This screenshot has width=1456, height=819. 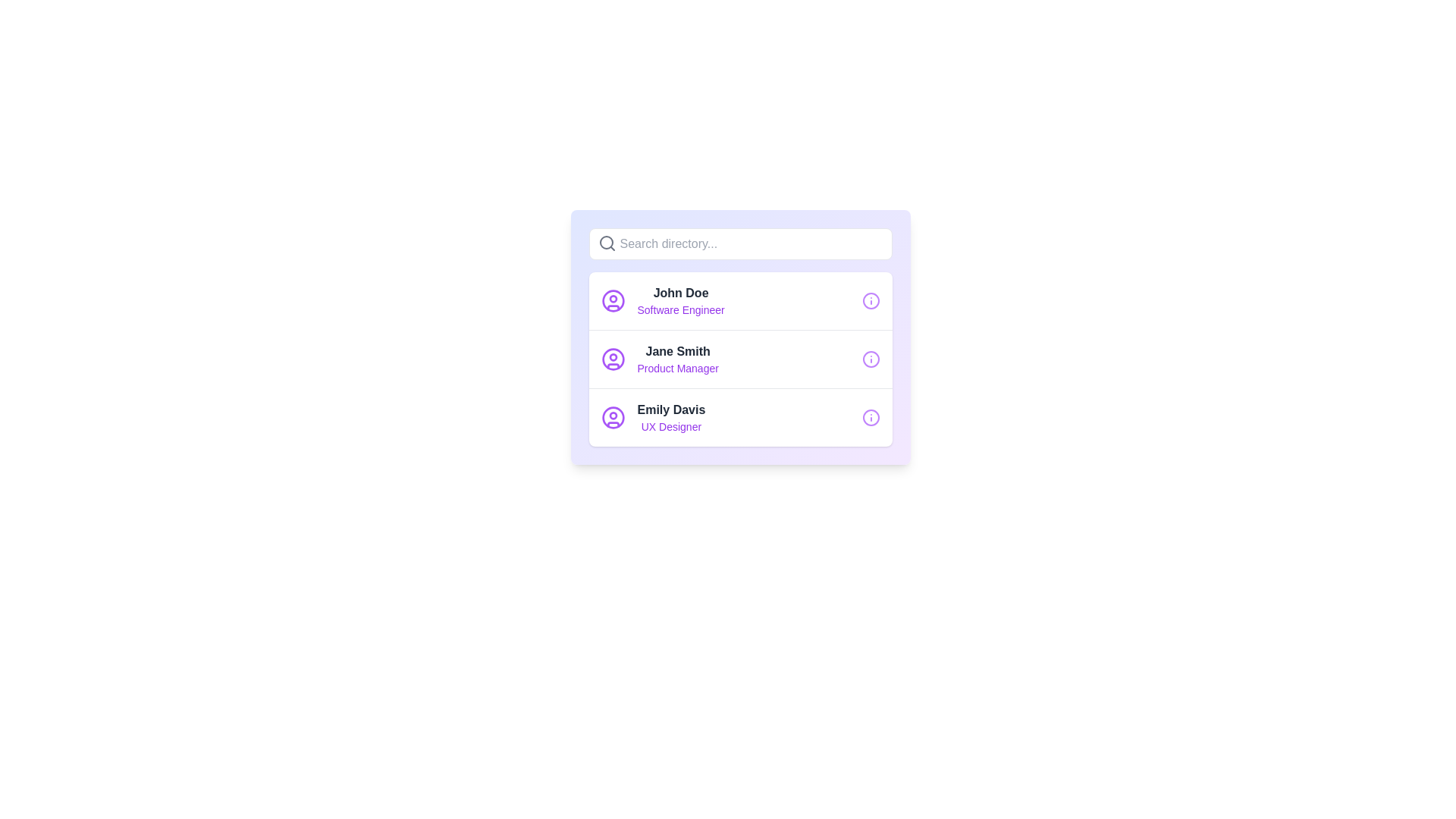 What do you see at coordinates (660, 359) in the screenshot?
I see `the list item displaying the name 'Jane Smith' and the title 'Product Manager'` at bounding box center [660, 359].